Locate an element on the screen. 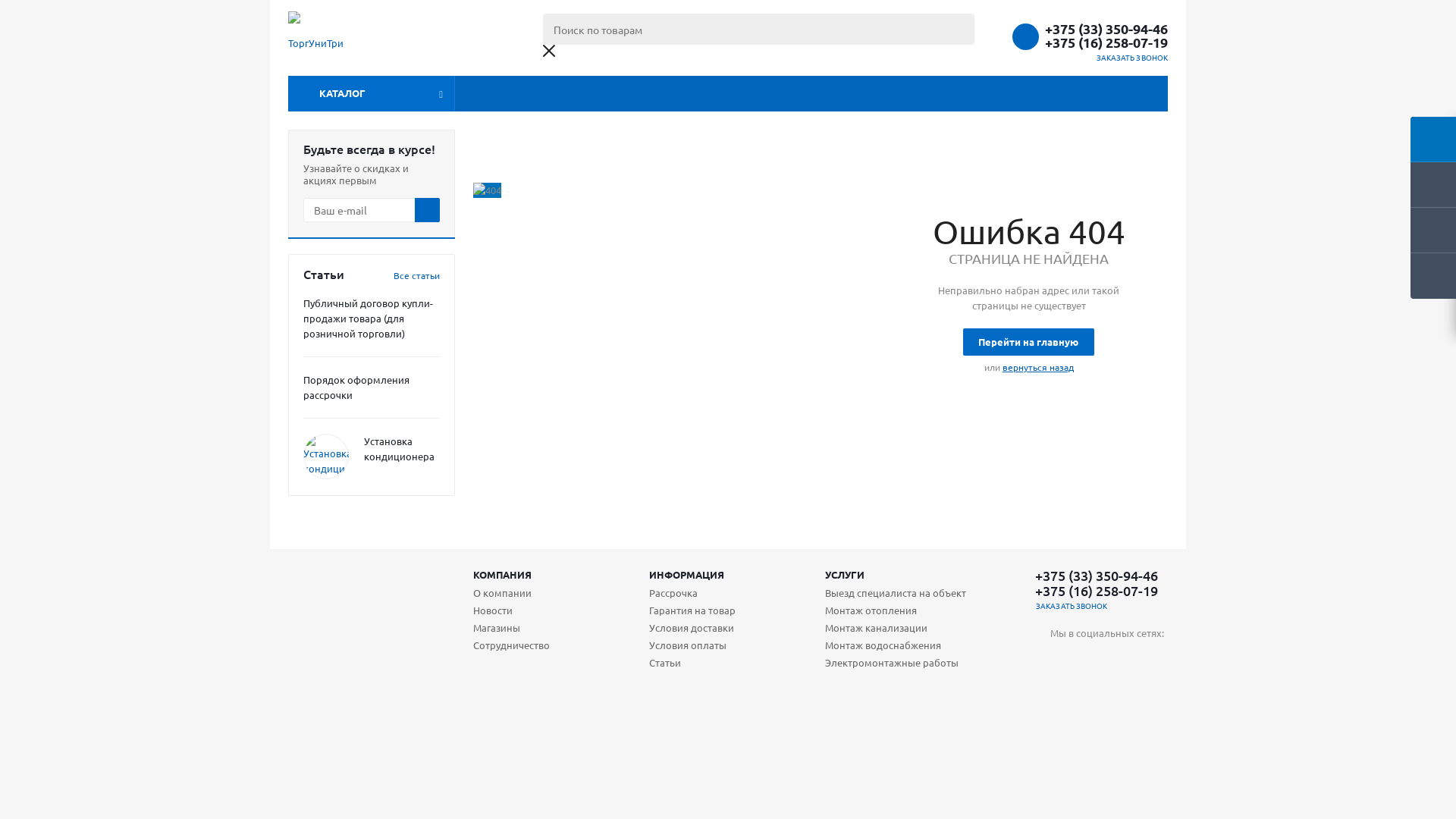  ':-(' is located at coordinates (487, 189).